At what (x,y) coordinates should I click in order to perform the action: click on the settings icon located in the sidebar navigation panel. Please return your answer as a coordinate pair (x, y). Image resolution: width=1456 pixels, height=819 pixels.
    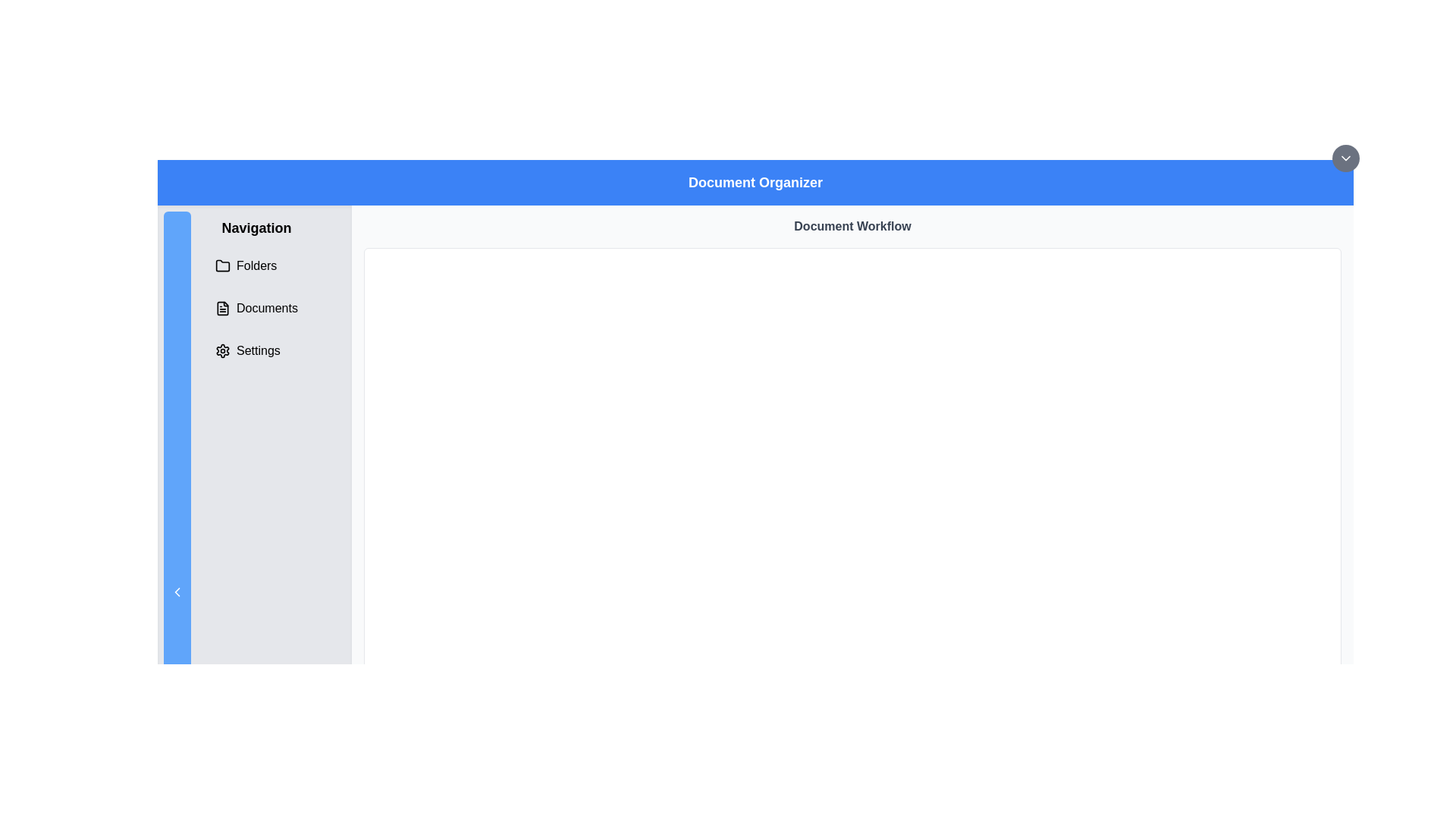
    Looking at the image, I should click on (221, 350).